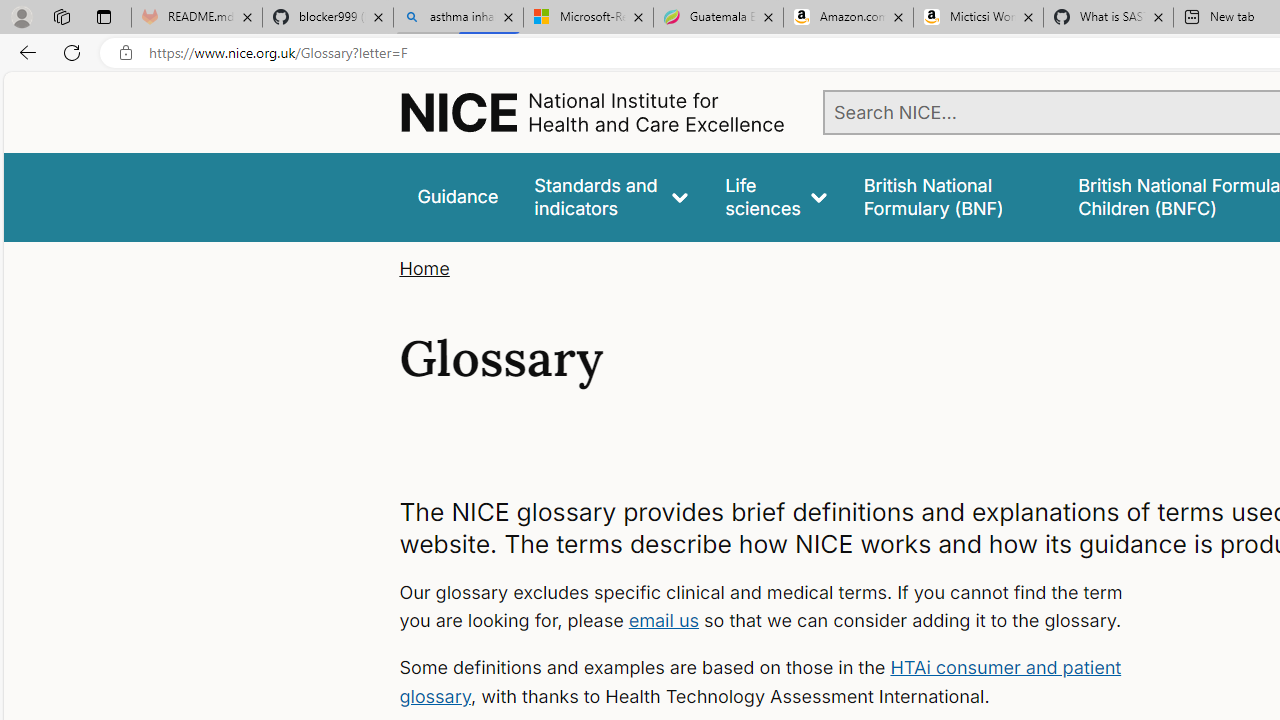  I want to click on 'email us', so click(664, 620).